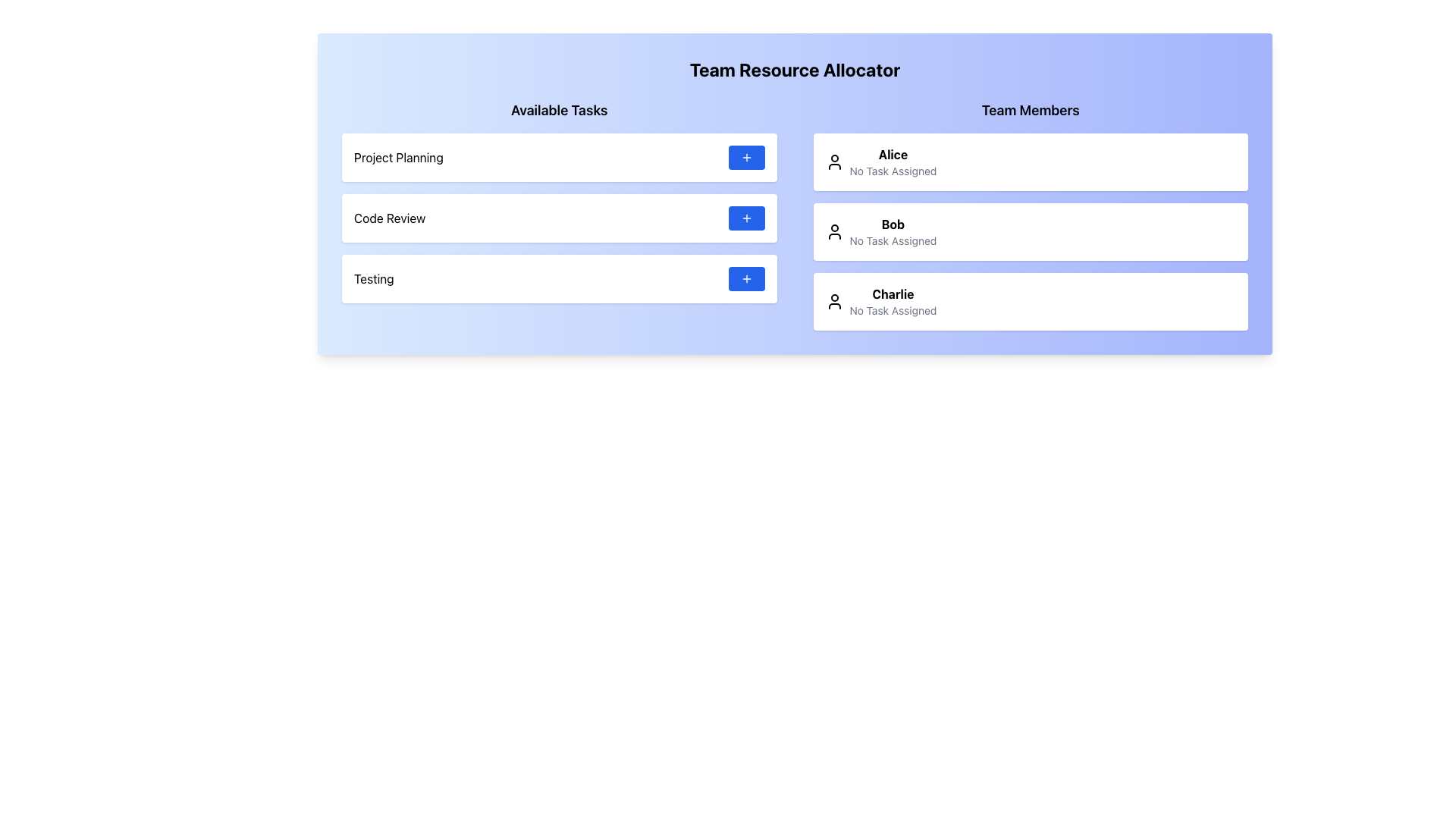 The height and width of the screenshot is (819, 1456). What do you see at coordinates (746, 158) in the screenshot?
I see `the blue rectangular button with rounded corners containing a white plus icon, located to the right of the 'Project Planning' text in the 'Available Tasks' section` at bounding box center [746, 158].